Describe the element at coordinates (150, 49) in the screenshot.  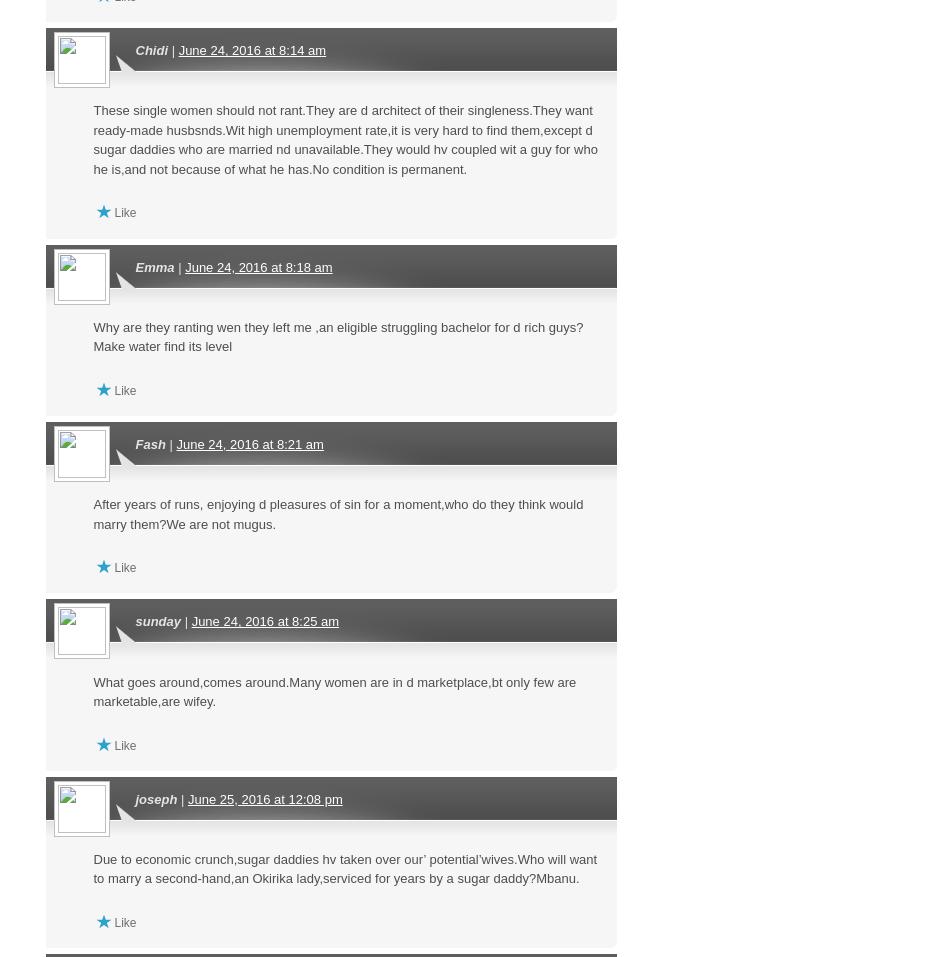
I see `'Chidi'` at that location.